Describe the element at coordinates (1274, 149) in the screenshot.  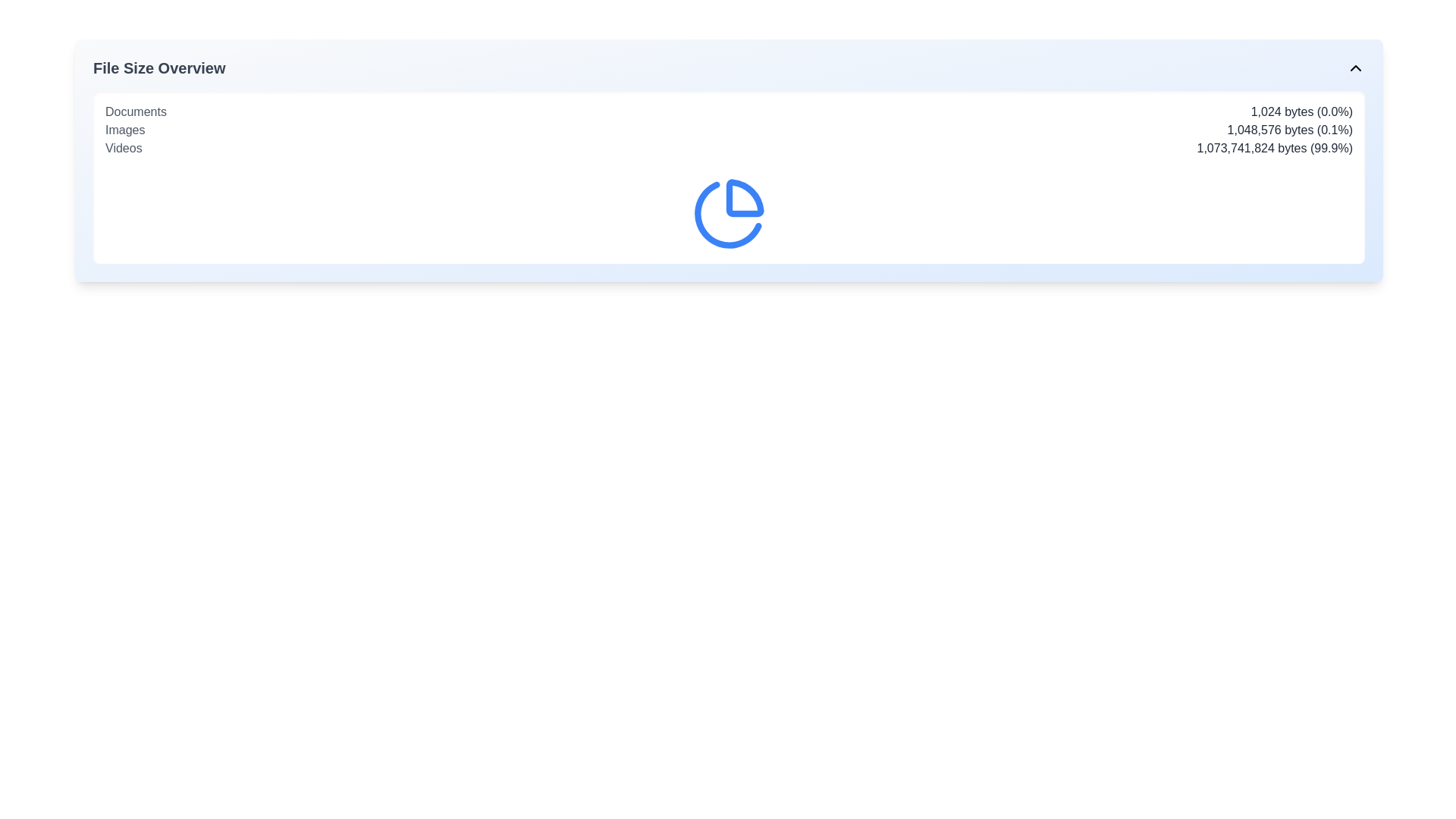
I see `the static text label displaying the size of the 'Videos' category in bytes and percentage, located on the right side of the row aligned with the 'Videos' label` at that location.